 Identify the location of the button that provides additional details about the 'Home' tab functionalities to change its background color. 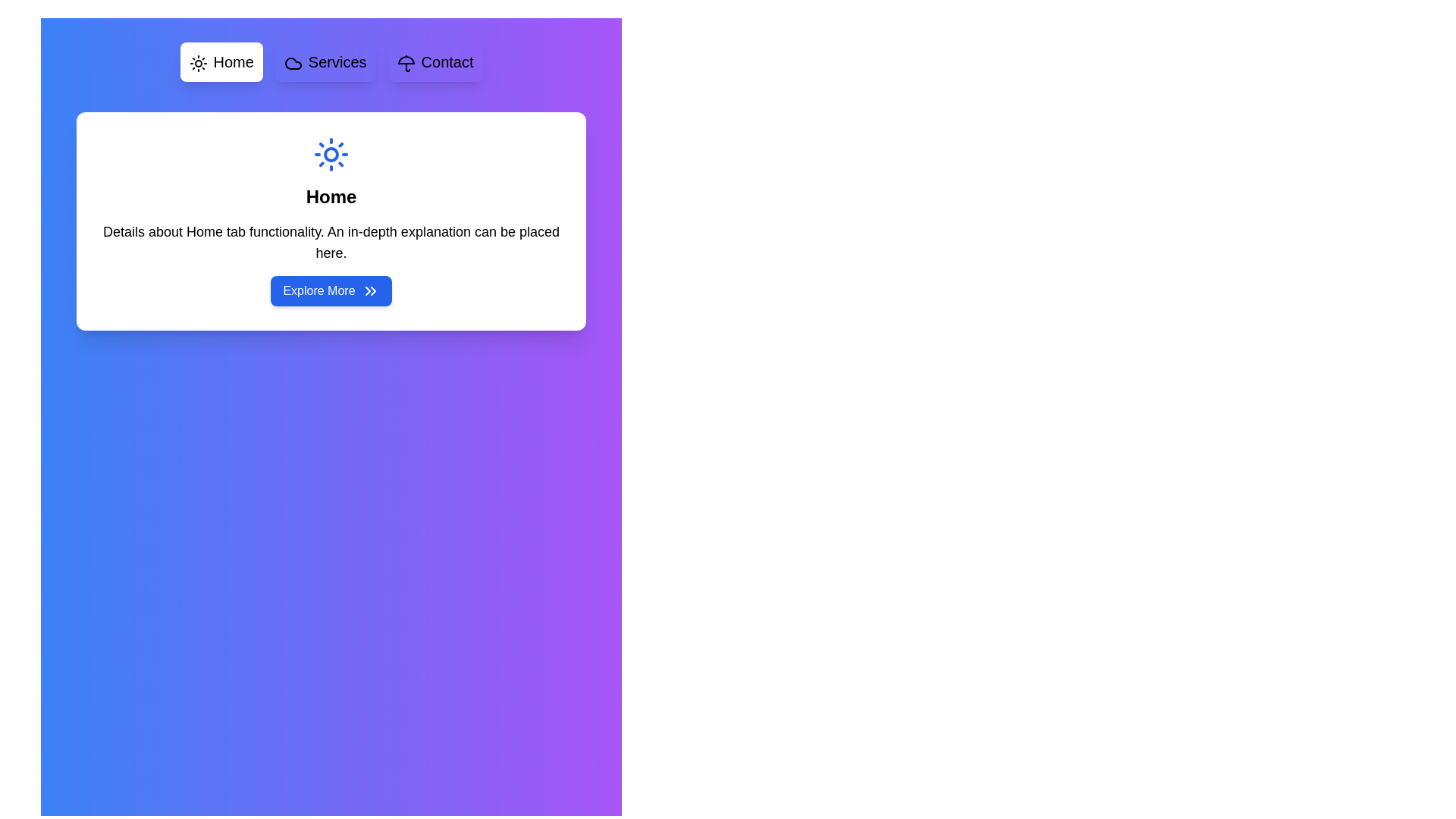
(330, 291).